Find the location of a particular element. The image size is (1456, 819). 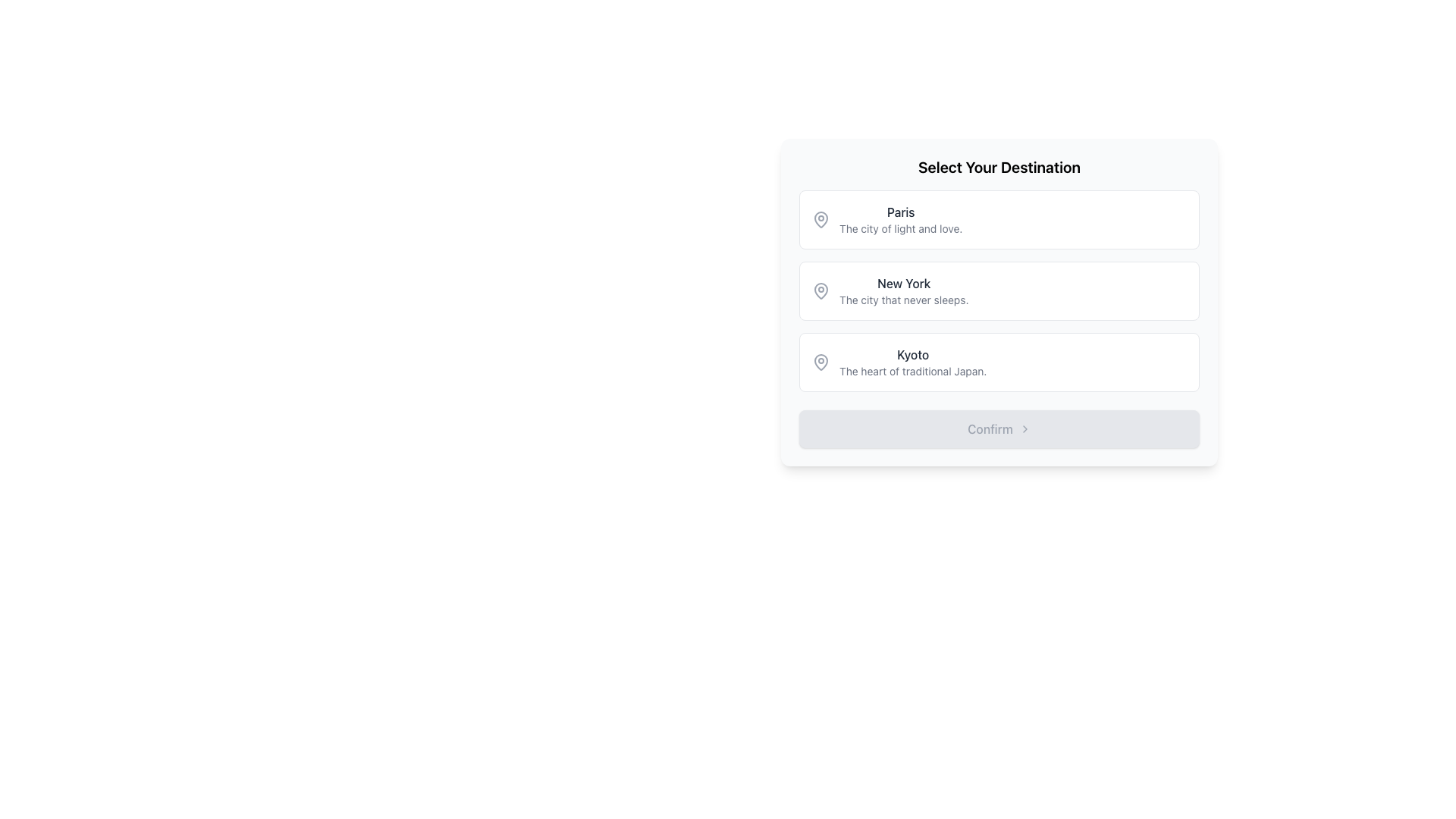

text displayed prominently as 'Paris' and the phrase 'The city of light and love.' in the text display located at the top of the destination selection card is located at coordinates (901, 219).